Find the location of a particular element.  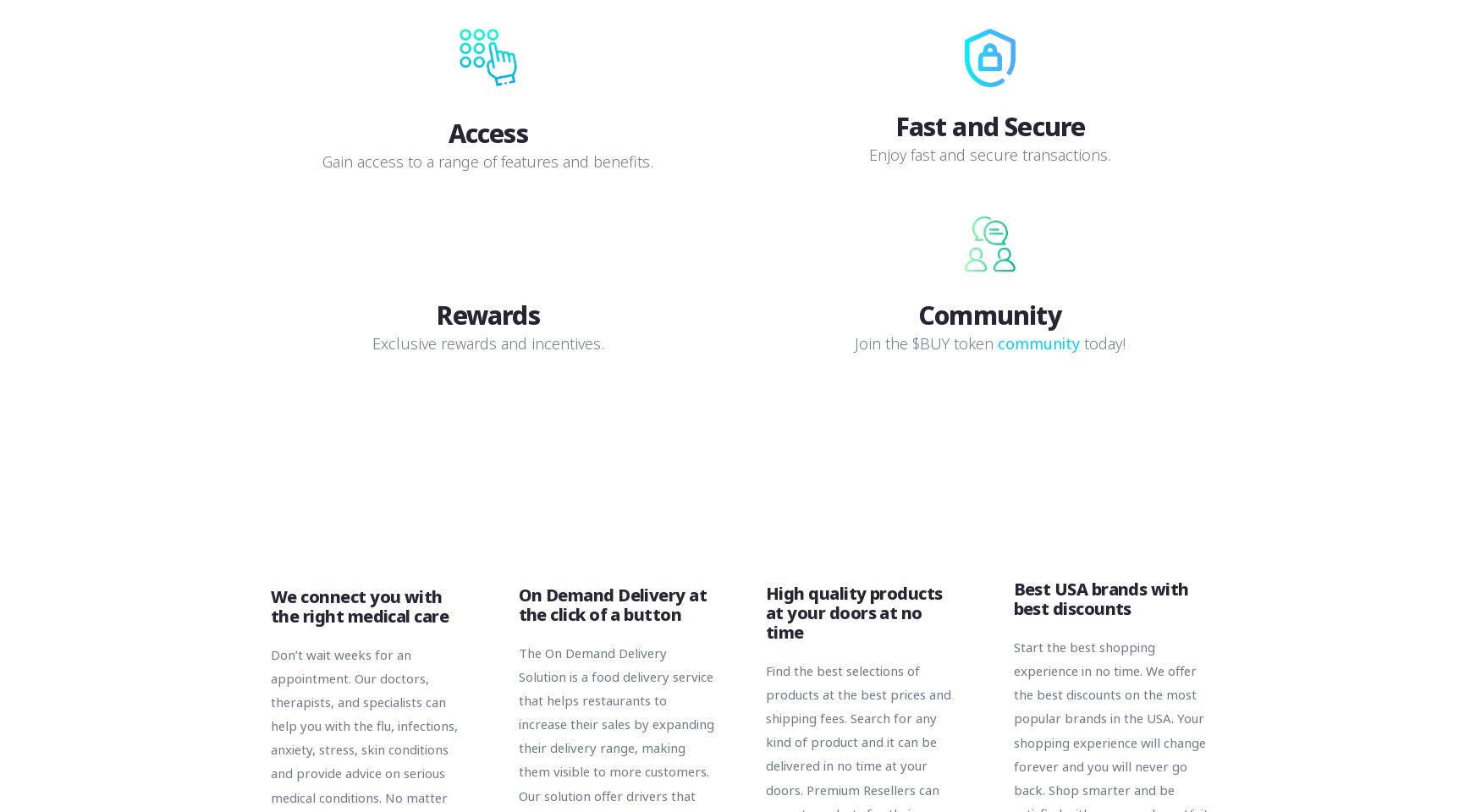

'Gain access to a range of features and benefits.' is located at coordinates (487, 162).